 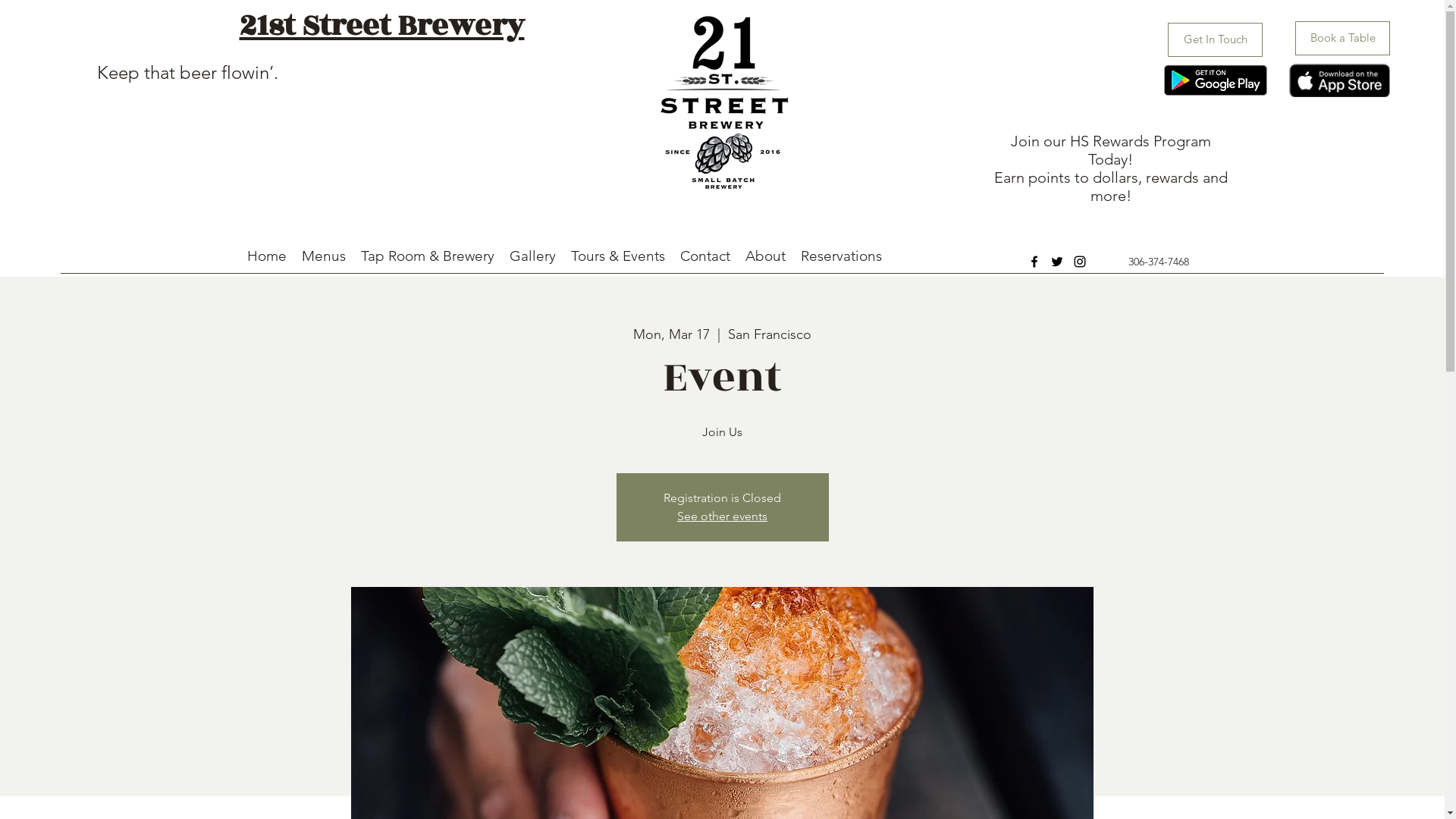 What do you see at coordinates (427, 256) in the screenshot?
I see `'Tap Room & Brewery'` at bounding box center [427, 256].